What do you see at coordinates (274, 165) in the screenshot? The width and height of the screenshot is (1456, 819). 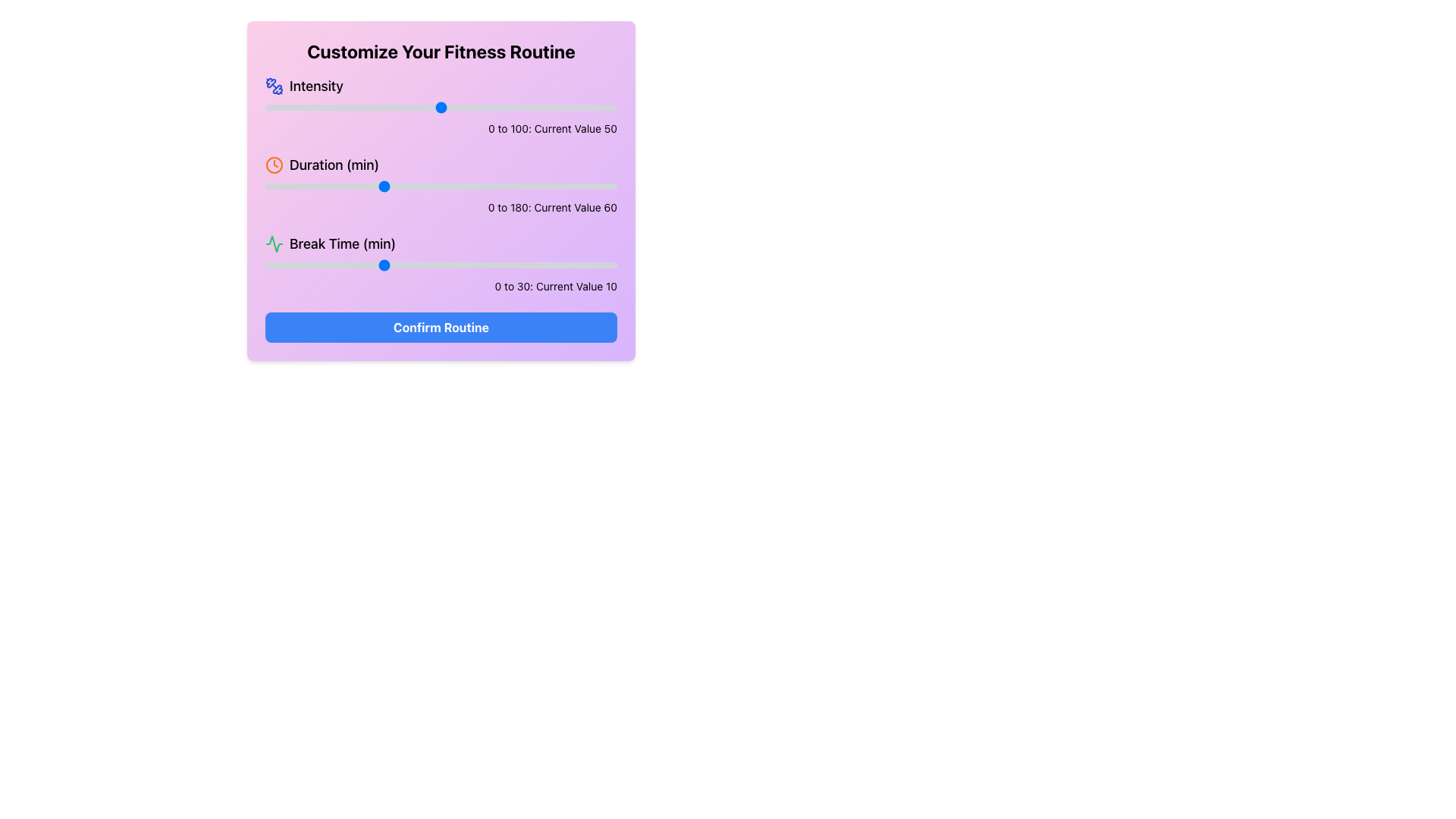 I see `the clock icon with an orange border located in the 'Customize Your Fitness Routine' section, adjacent to 'Duration (min)'` at bounding box center [274, 165].